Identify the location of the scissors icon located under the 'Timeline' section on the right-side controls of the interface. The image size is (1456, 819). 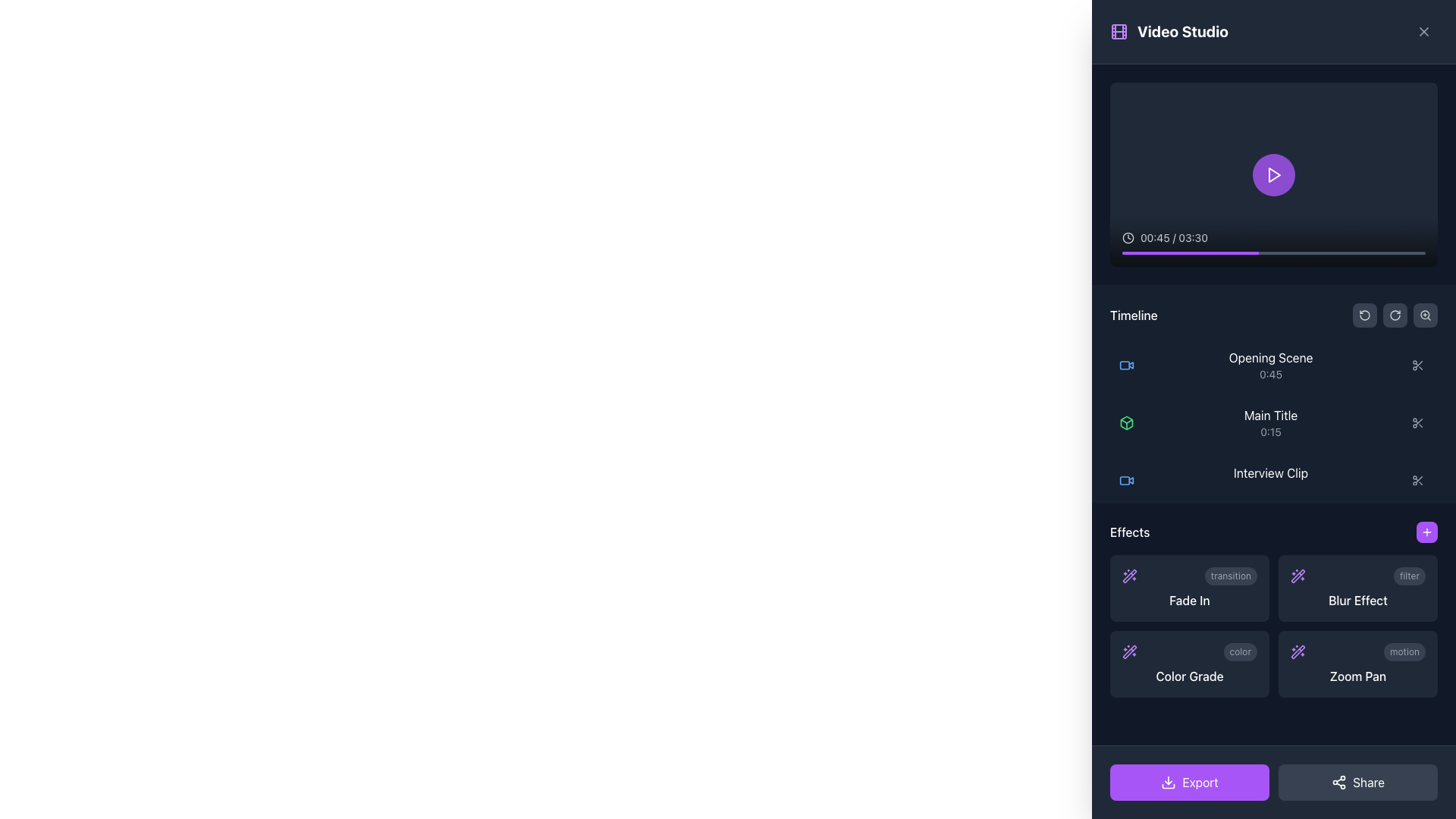
(1417, 366).